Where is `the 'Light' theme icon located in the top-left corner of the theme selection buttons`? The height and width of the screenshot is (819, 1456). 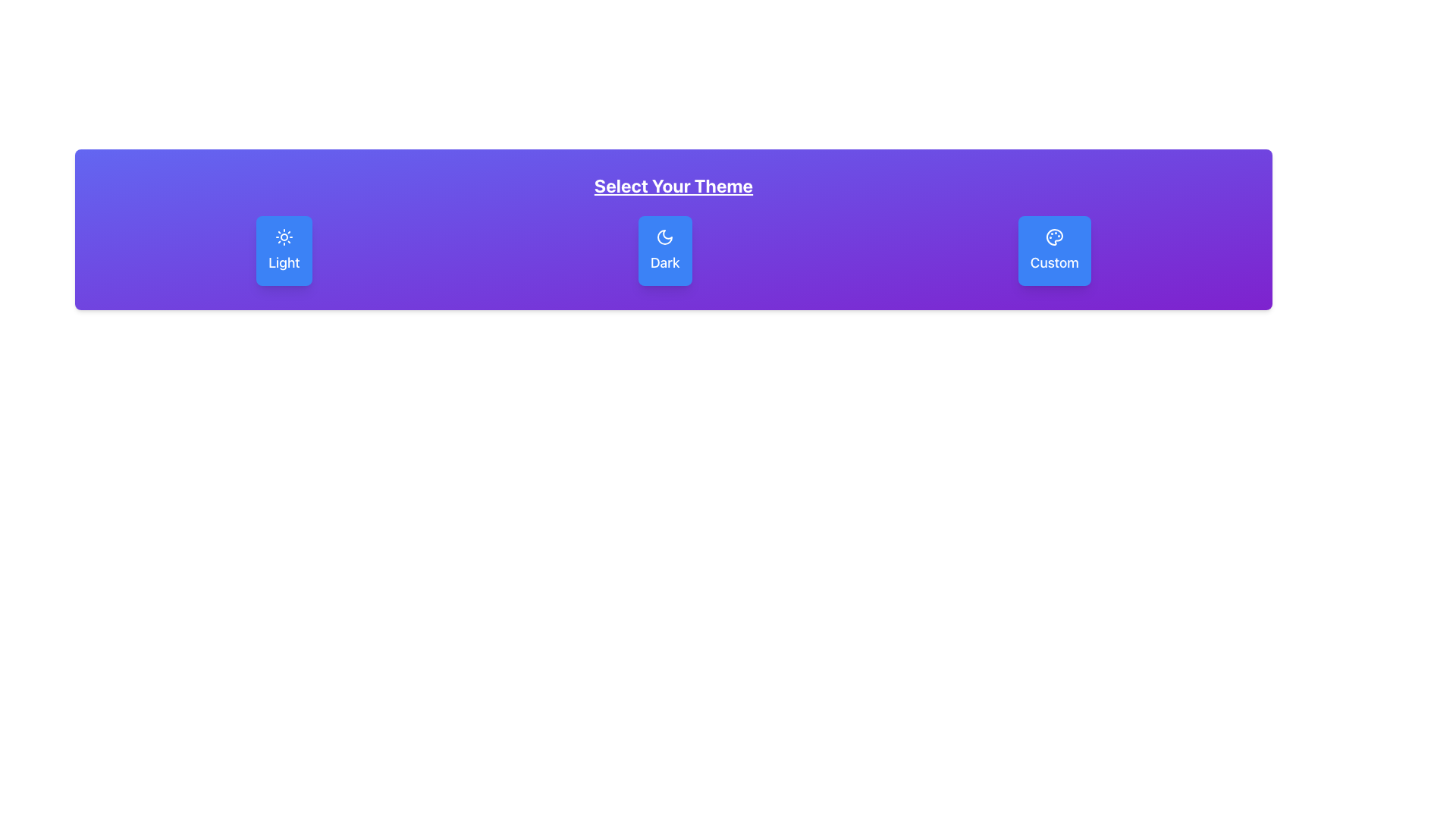
the 'Light' theme icon located in the top-left corner of the theme selection buttons is located at coordinates (284, 237).